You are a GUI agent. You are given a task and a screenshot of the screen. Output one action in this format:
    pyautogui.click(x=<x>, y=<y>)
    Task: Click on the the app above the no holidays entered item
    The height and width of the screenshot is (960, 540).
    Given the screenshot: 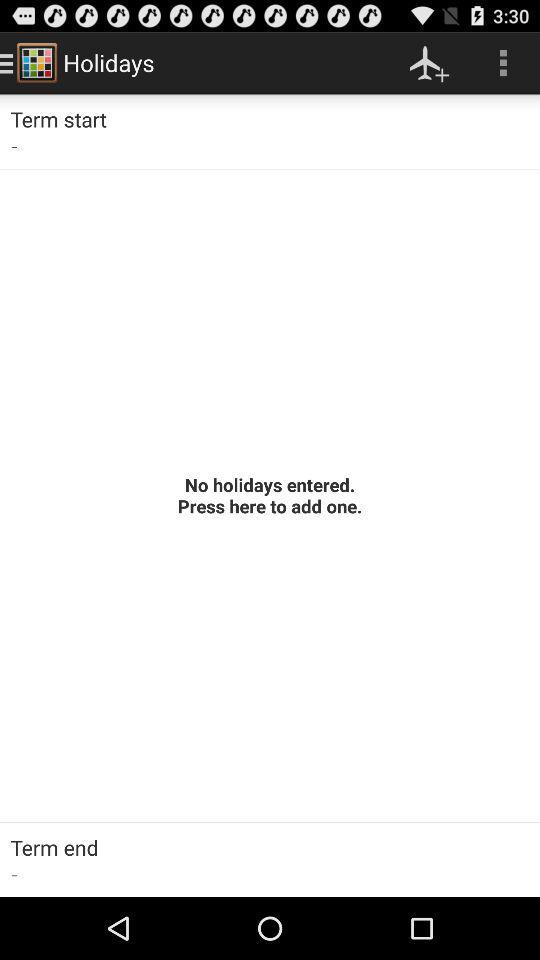 What is the action you would take?
    pyautogui.click(x=502, y=62)
    